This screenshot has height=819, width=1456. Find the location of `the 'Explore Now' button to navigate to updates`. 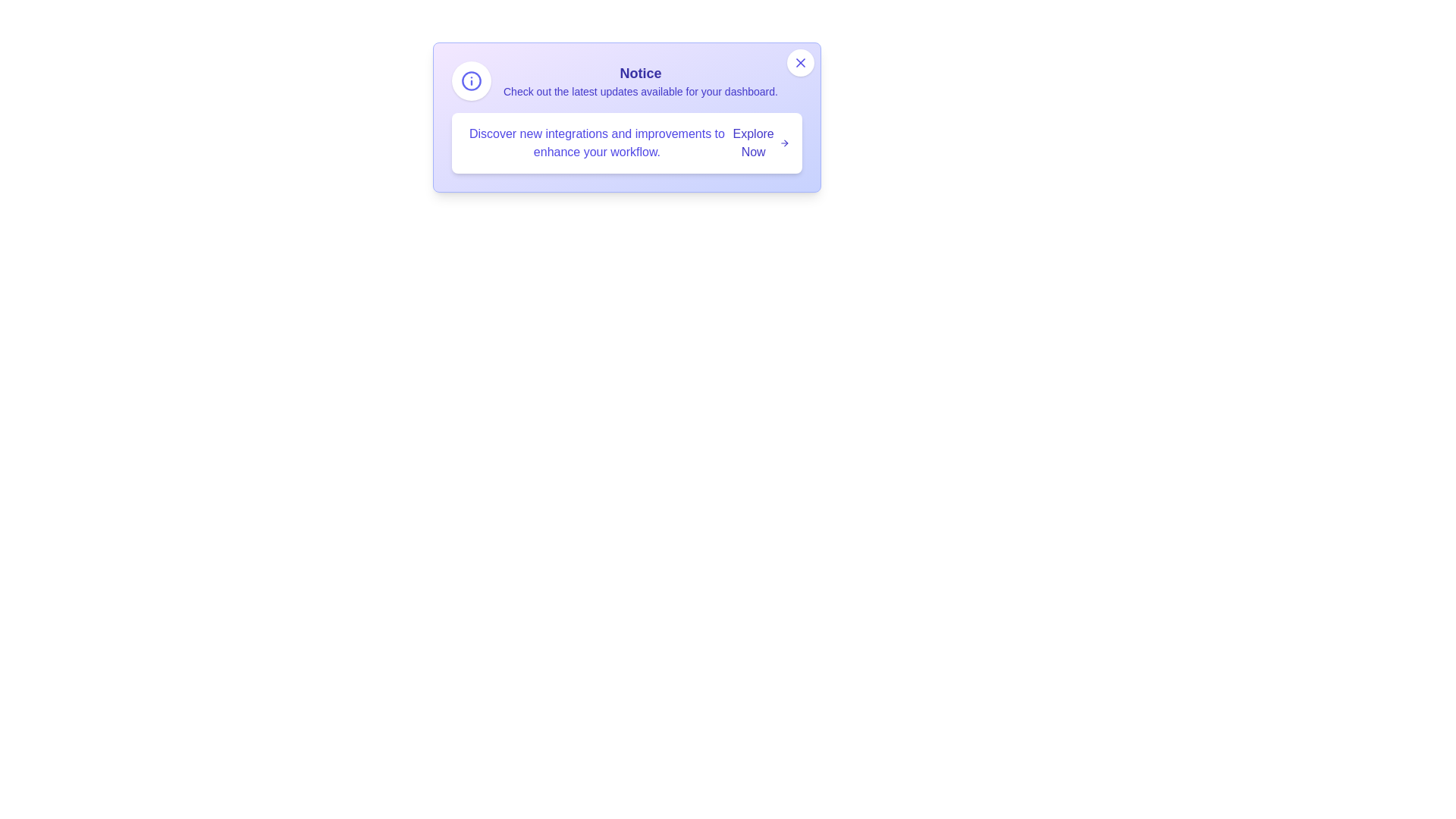

the 'Explore Now' button to navigate to updates is located at coordinates (760, 143).